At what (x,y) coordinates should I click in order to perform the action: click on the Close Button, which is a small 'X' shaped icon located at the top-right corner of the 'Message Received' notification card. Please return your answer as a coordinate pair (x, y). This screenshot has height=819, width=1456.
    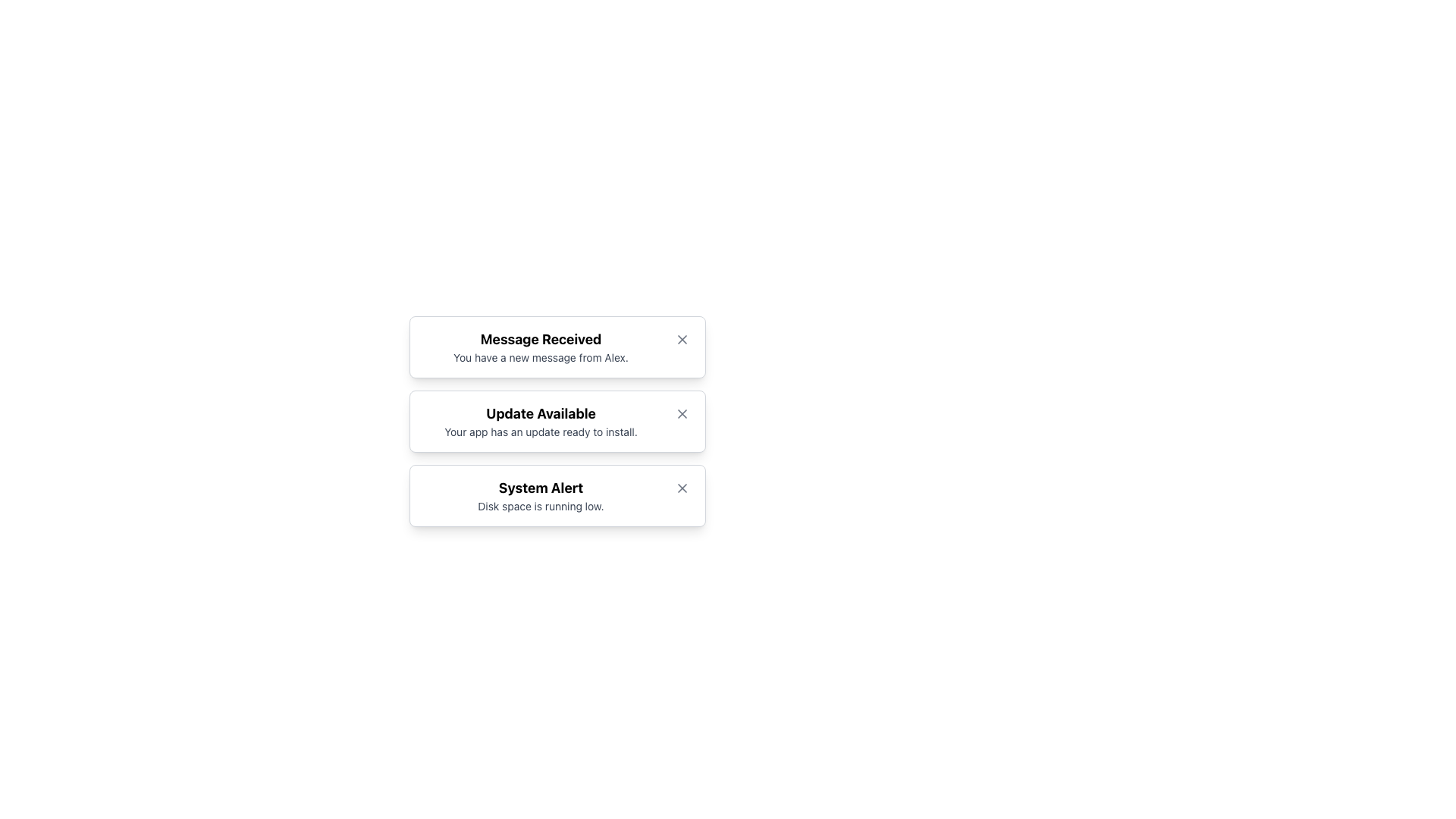
    Looking at the image, I should click on (682, 338).